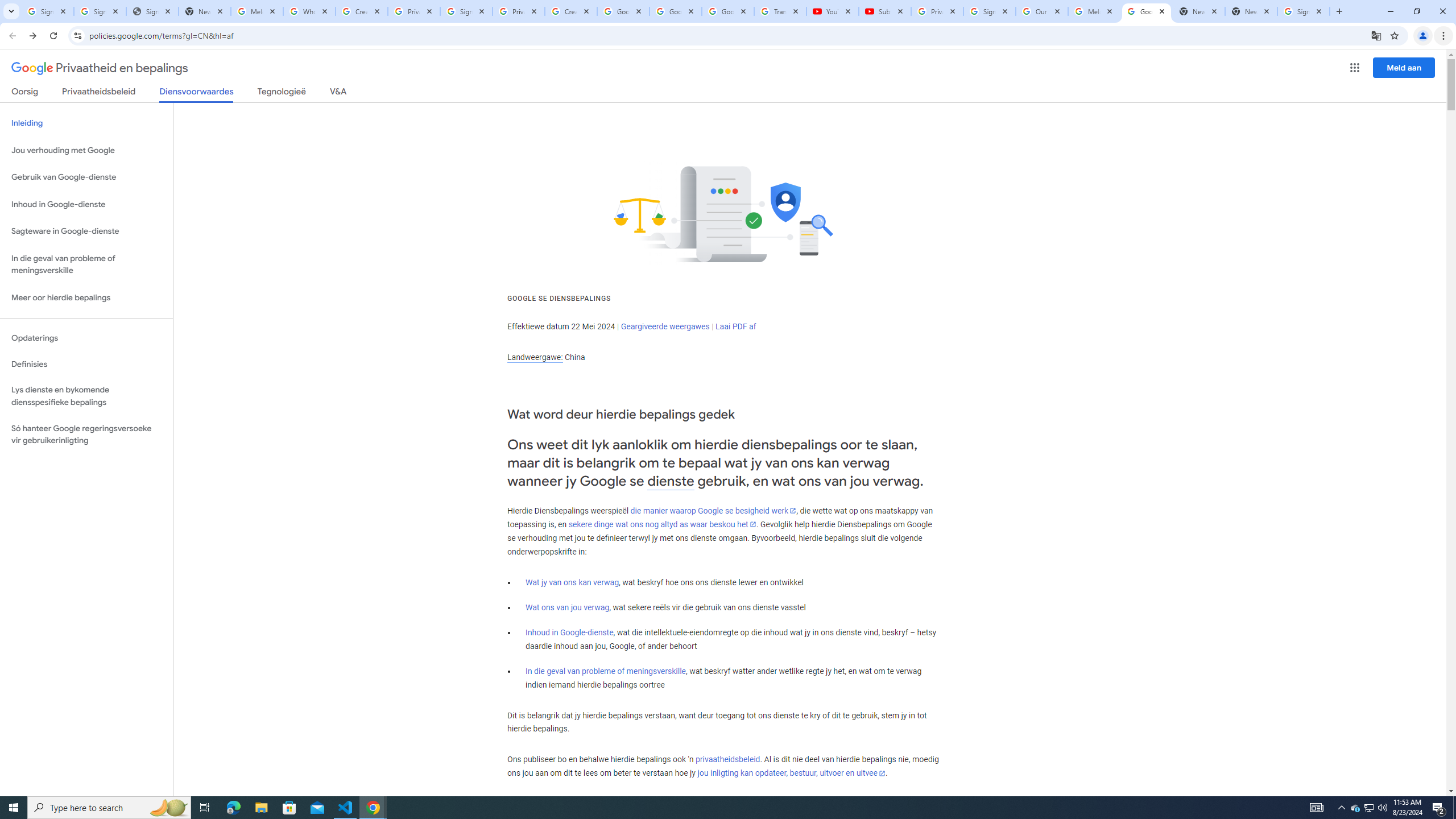 Image resolution: width=1456 pixels, height=819 pixels. I want to click on 'dienste', so click(671, 481).